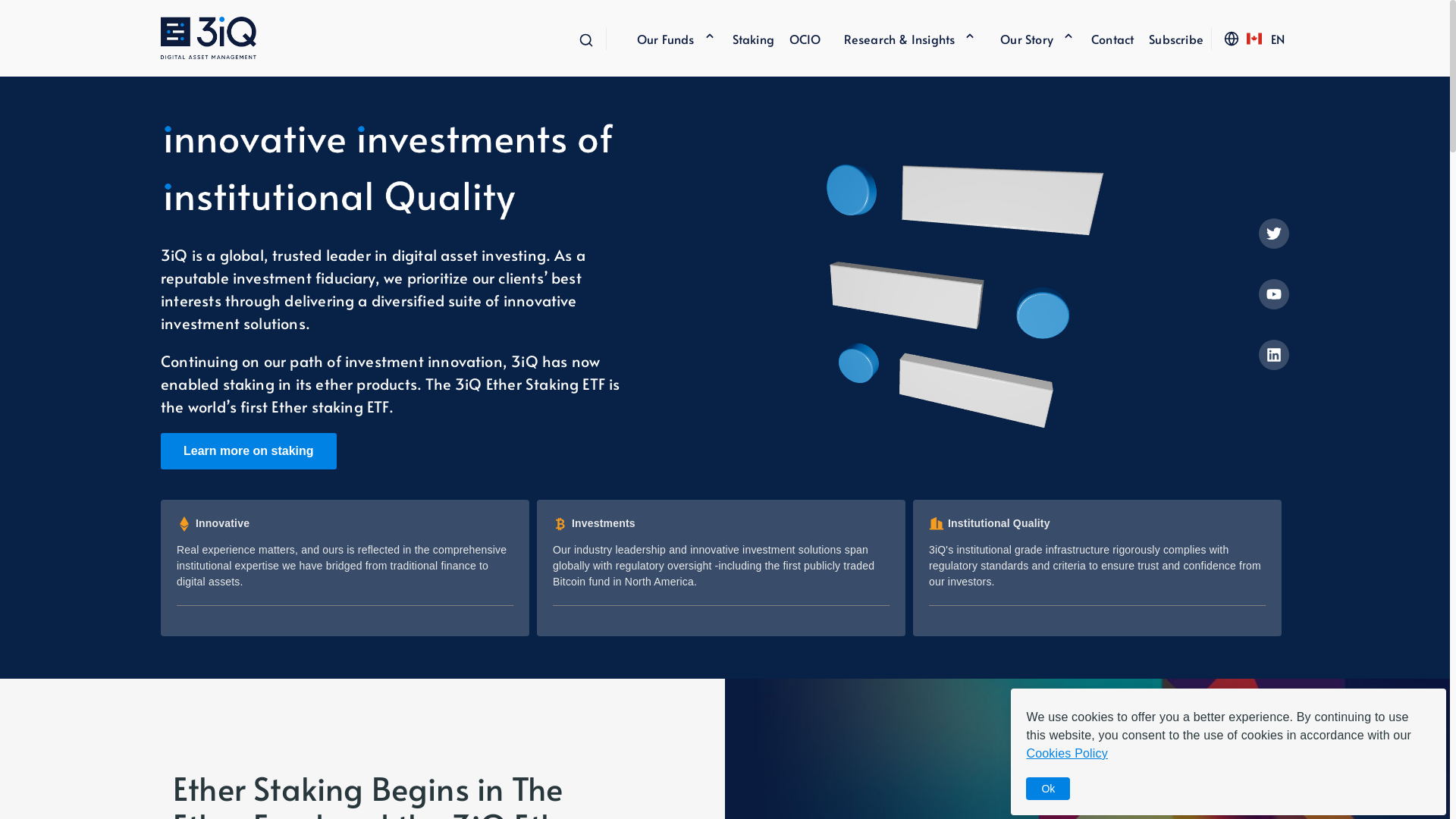 The width and height of the screenshot is (1456, 819). What do you see at coordinates (1133, 37) in the screenshot?
I see `'Subscribe'` at bounding box center [1133, 37].